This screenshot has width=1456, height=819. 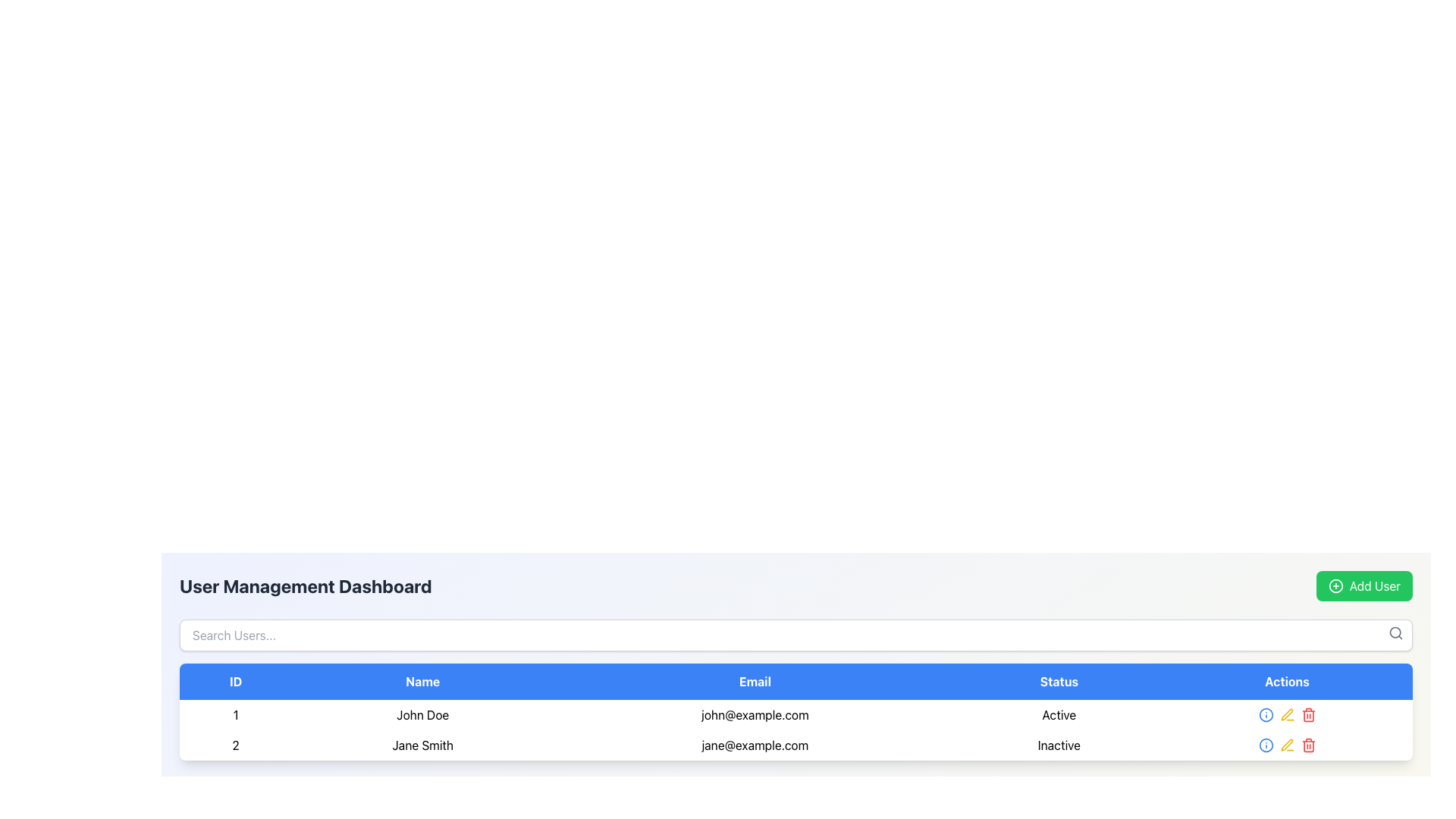 I want to click on the 'Active' text label in the 'Status' column of the table, which indicates the status of the entity, so click(x=1058, y=714).